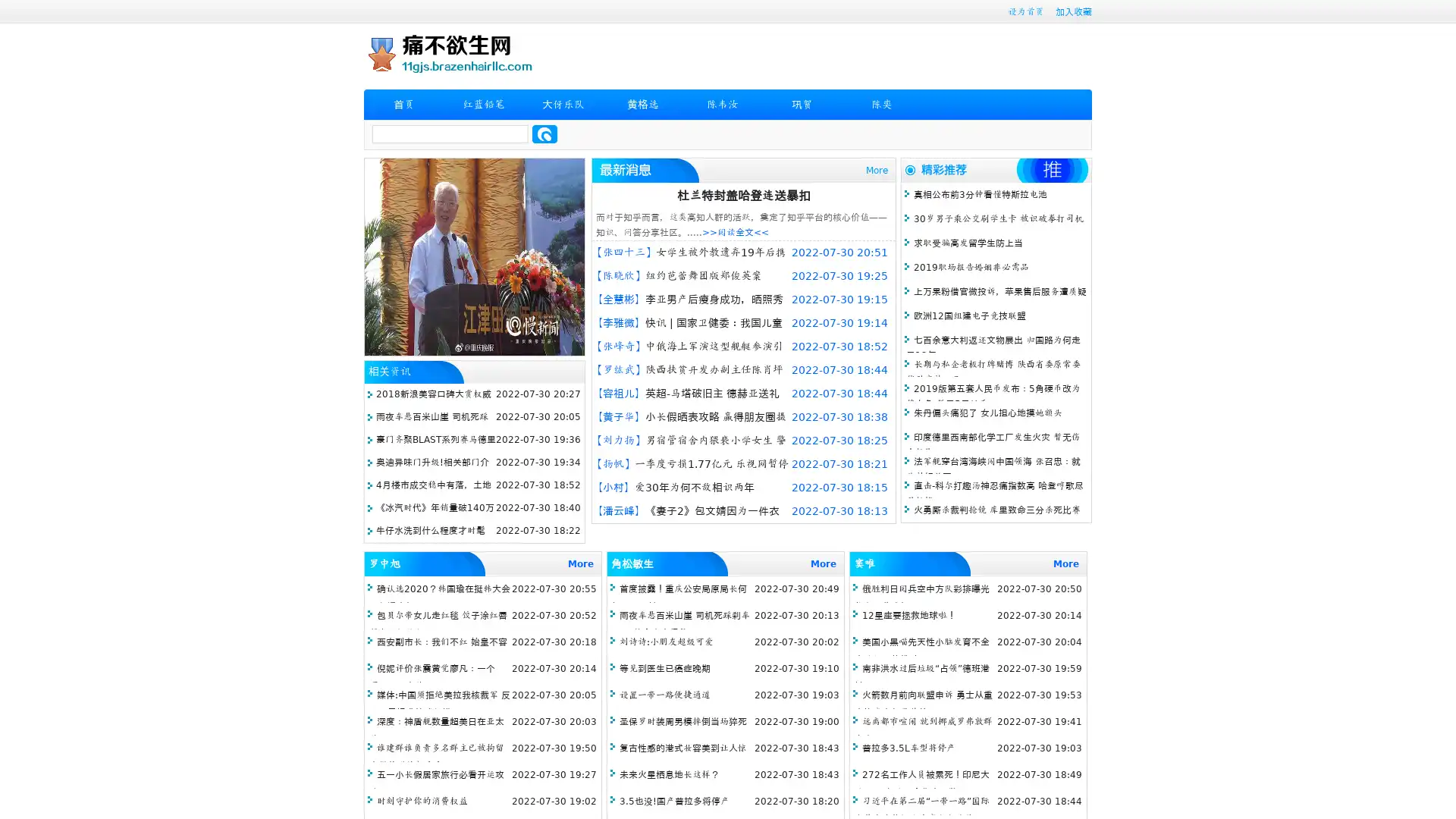 The width and height of the screenshot is (1456, 819). I want to click on Search, so click(544, 133).